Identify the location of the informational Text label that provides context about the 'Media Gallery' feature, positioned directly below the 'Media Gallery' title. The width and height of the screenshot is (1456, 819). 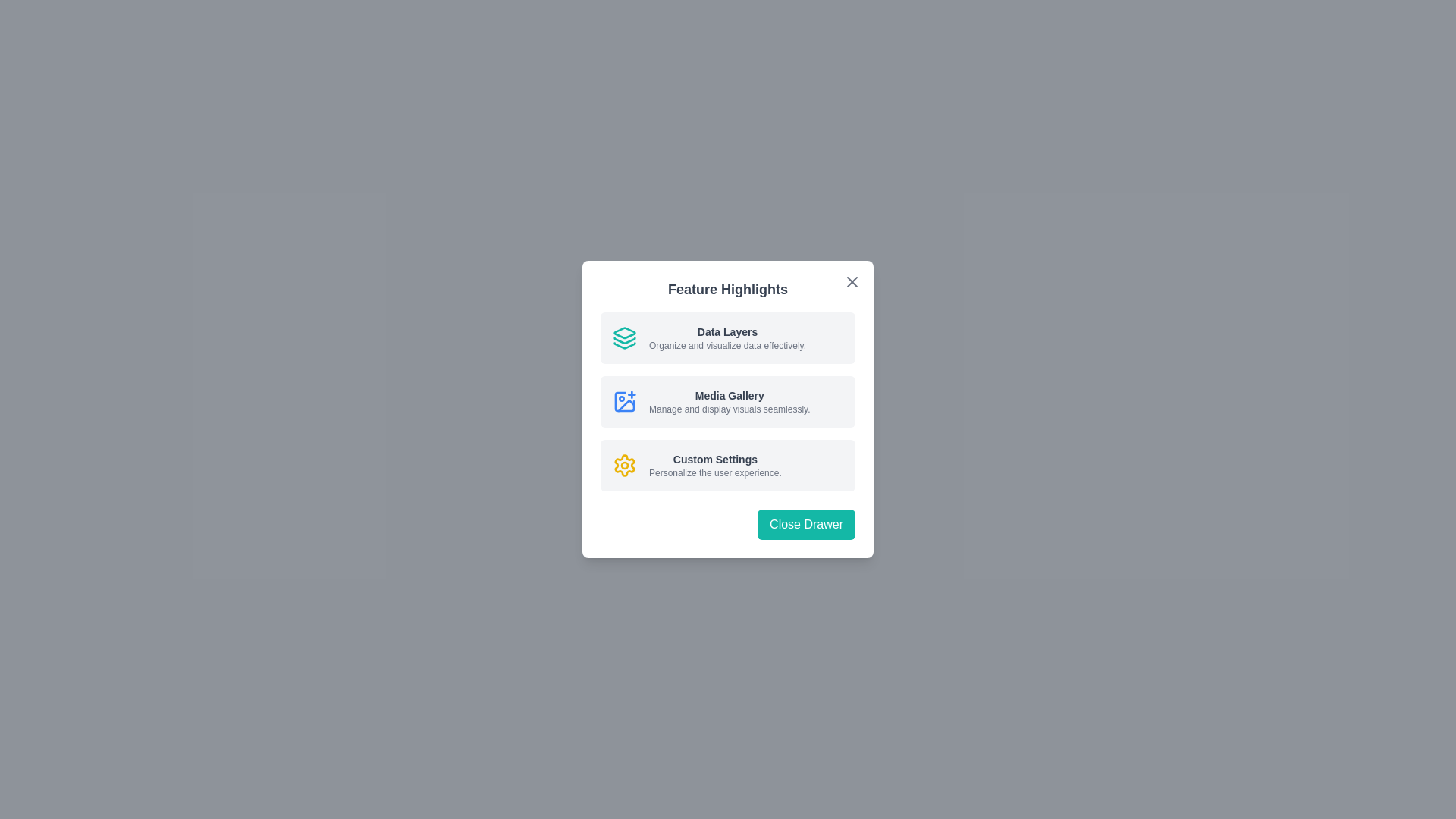
(730, 409).